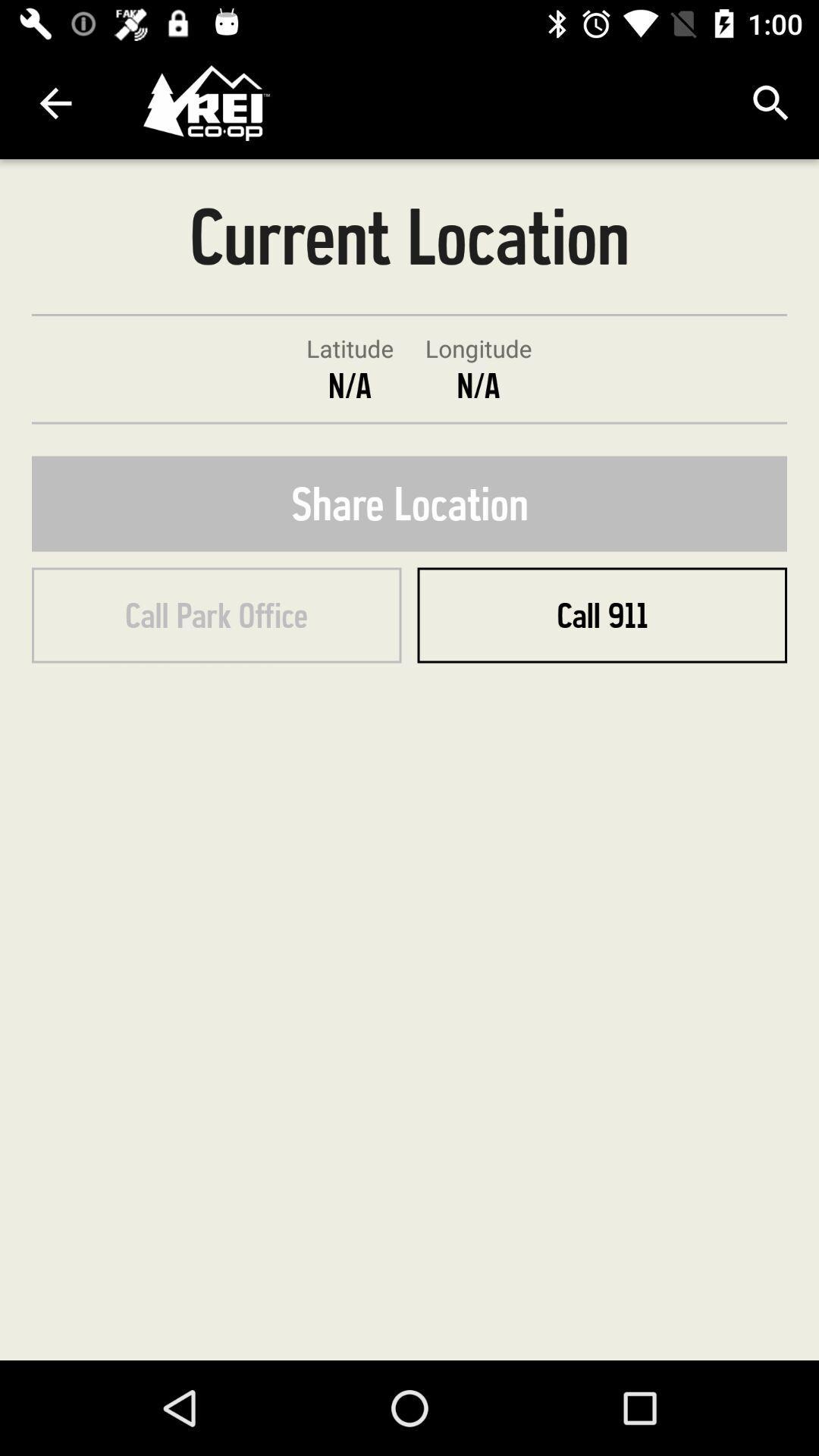  Describe the element at coordinates (601, 615) in the screenshot. I see `item to the right of call park office item` at that location.